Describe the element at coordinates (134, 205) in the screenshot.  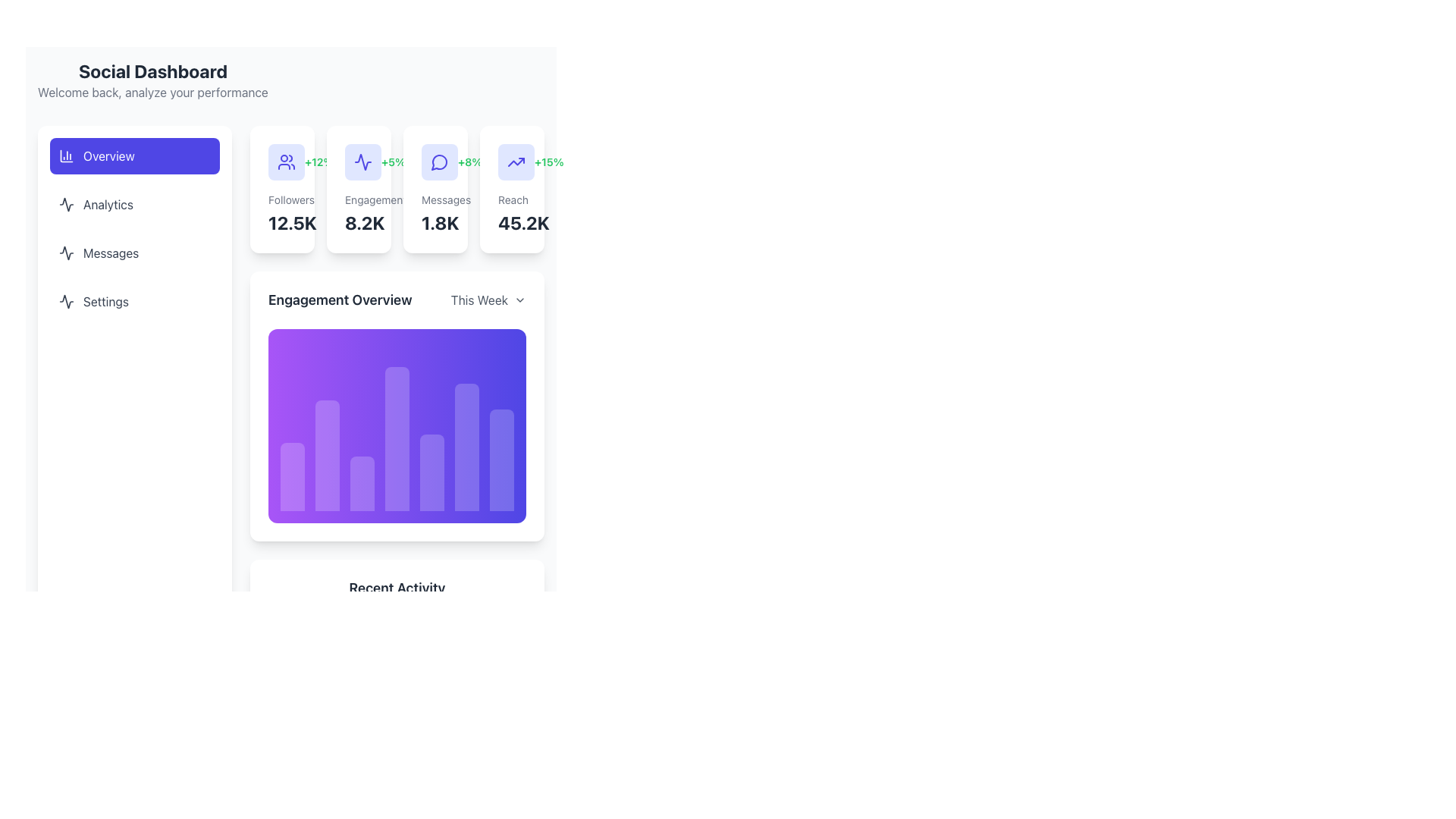
I see `the 'Analytics' menu item located in the vertical navigation menu, which is the second item below 'Overview' and above 'Messages'` at that location.